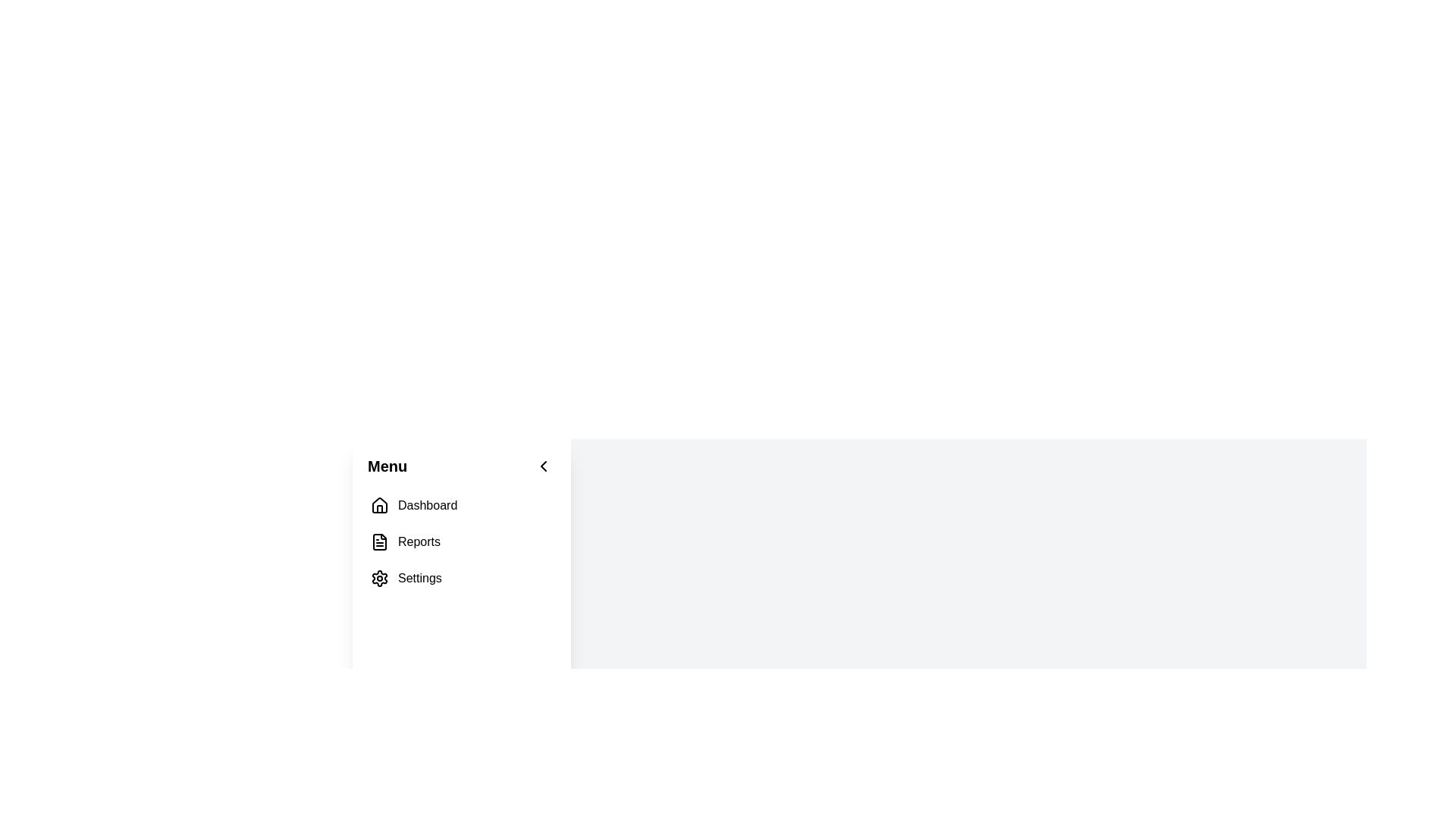 The image size is (1456, 819). What do you see at coordinates (388, 465) in the screenshot?
I see `the Text Label that serves as a title for the navigation panel, which is the first element from left to right among its siblings` at bounding box center [388, 465].